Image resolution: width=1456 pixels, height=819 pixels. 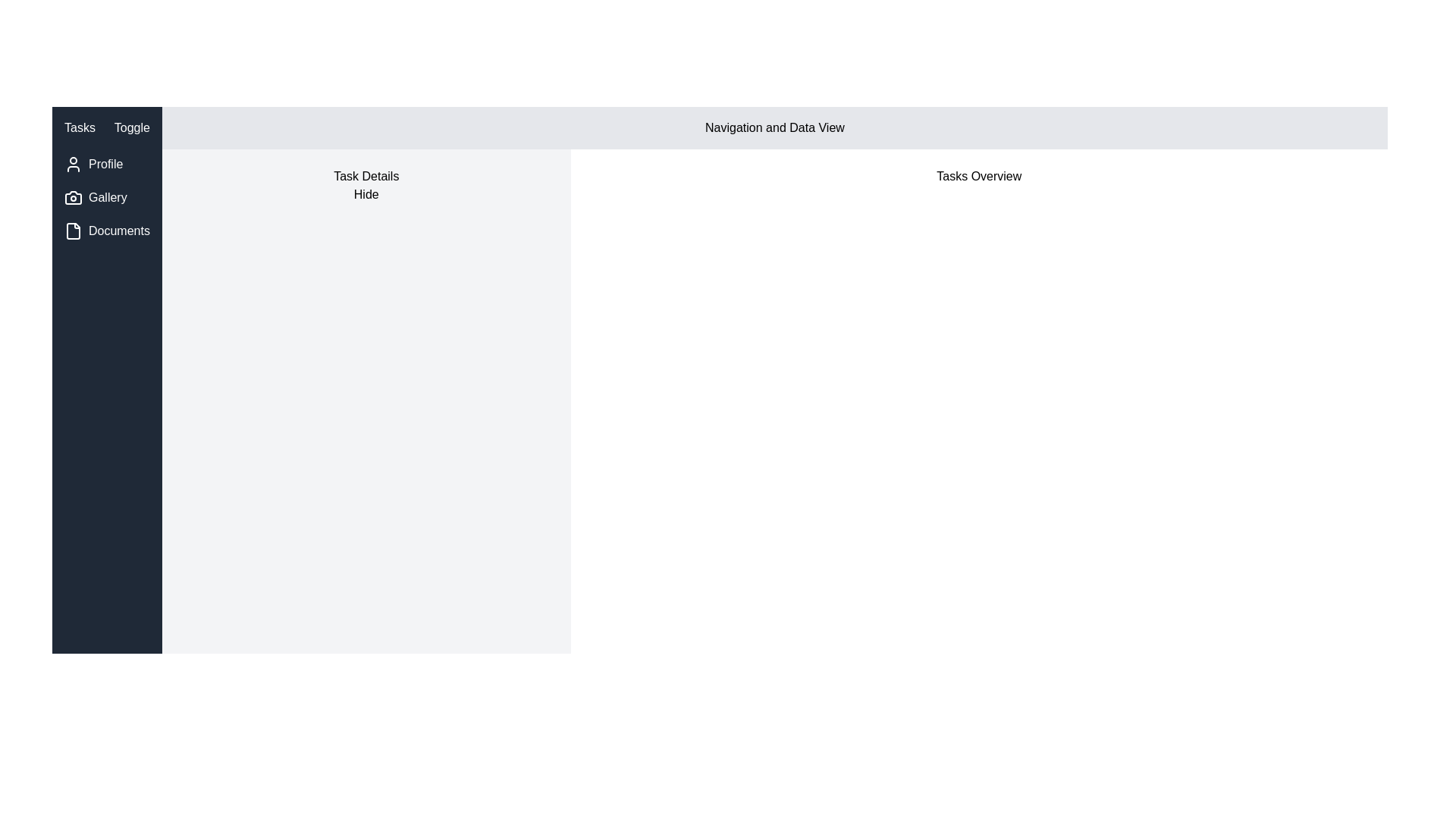 I want to click on the 'Tasks' and 'Toggle' text in the navigation header at the top of the left navigation panel, so click(x=106, y=127).